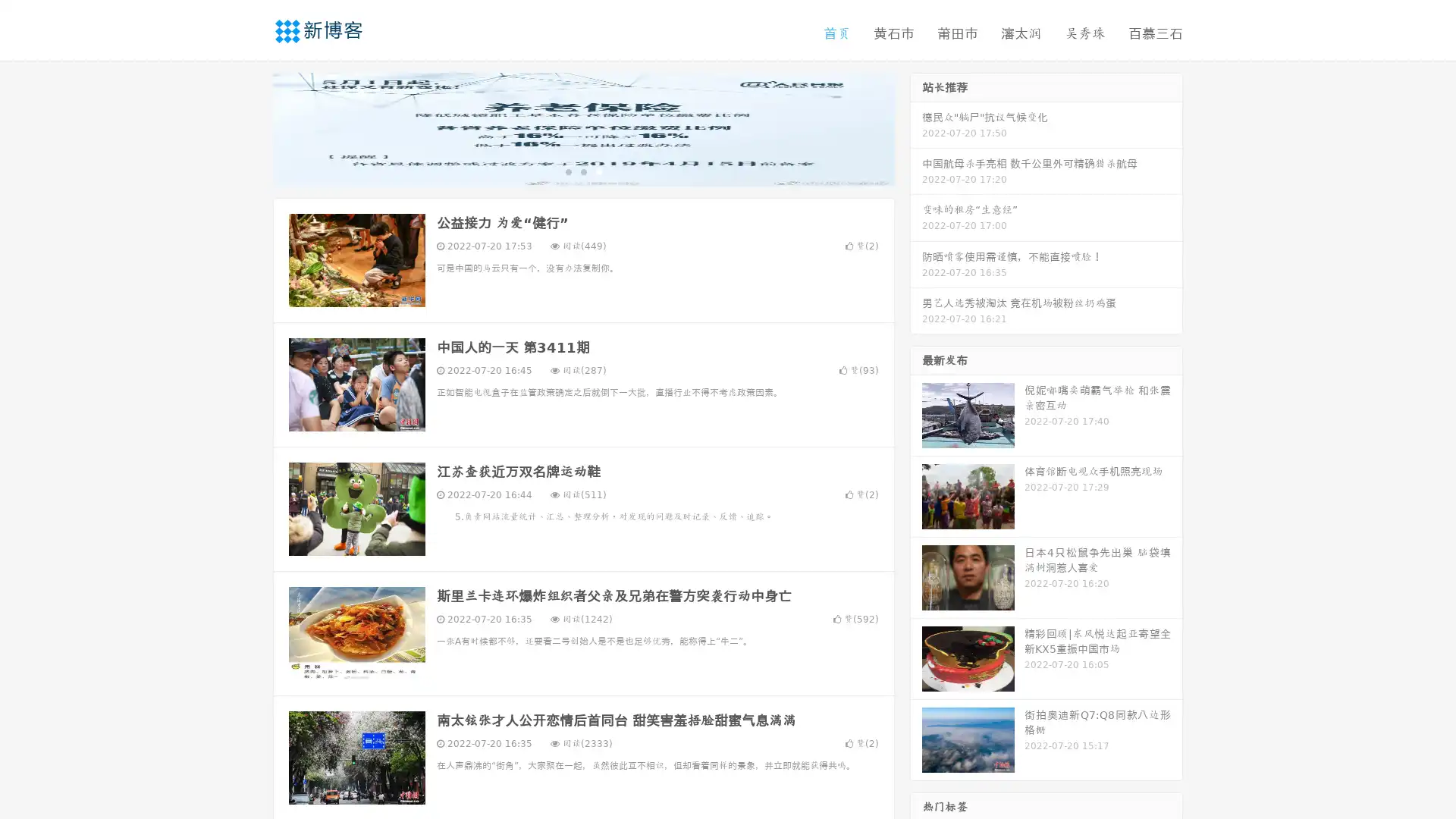 The height and width of the screenshot is (819, 1456). I want to click on Go to slide 1, so click(567, 171).